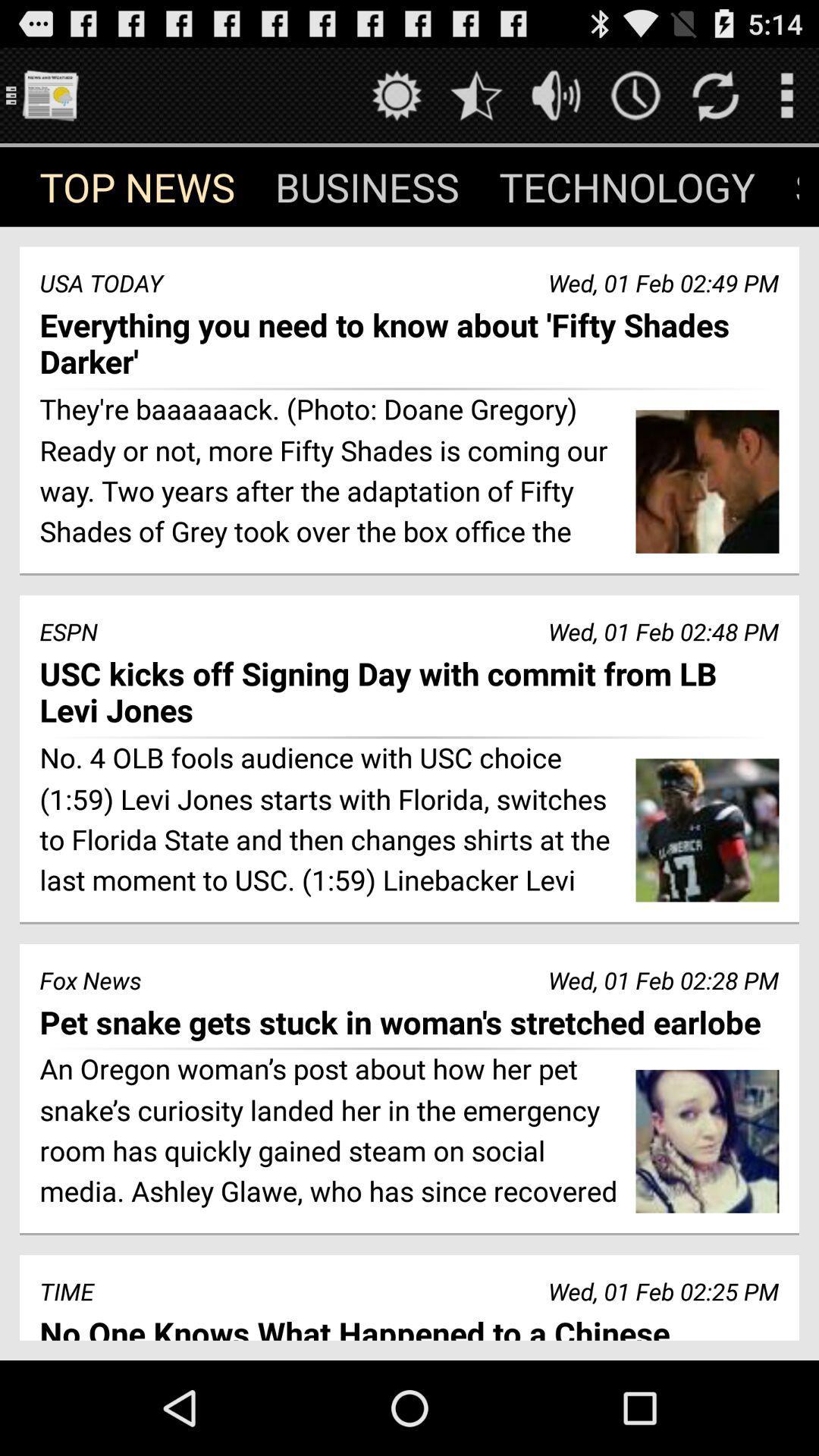 The image size is (819, 1456). Describe the element at coordinates (715, 94) in the screenshot. I see `refresh` at that location.